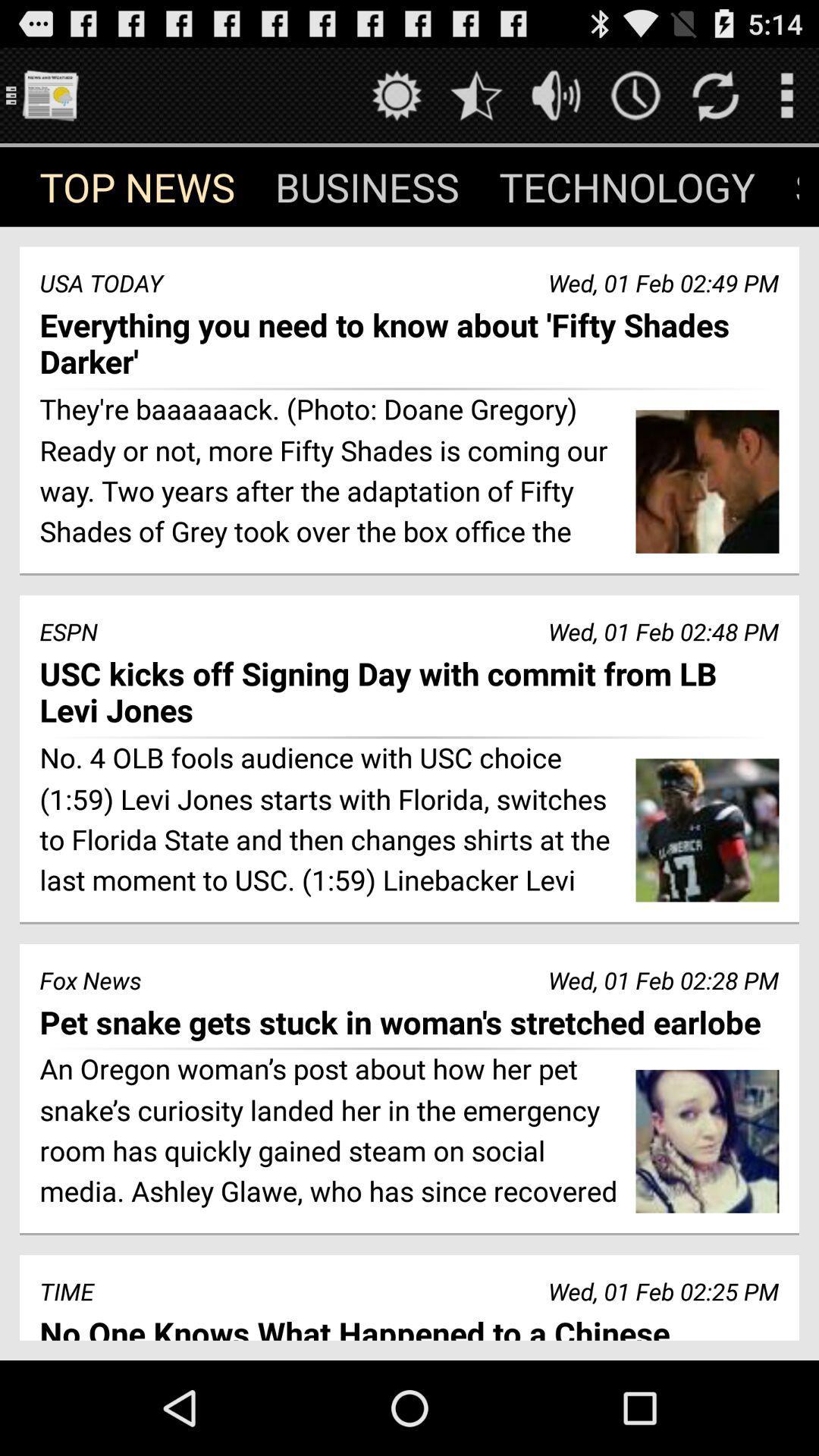 The image size is (819, 1456). Describe the element at coordinates (715, 94) in the screenshot. I see `refresh` at that location.